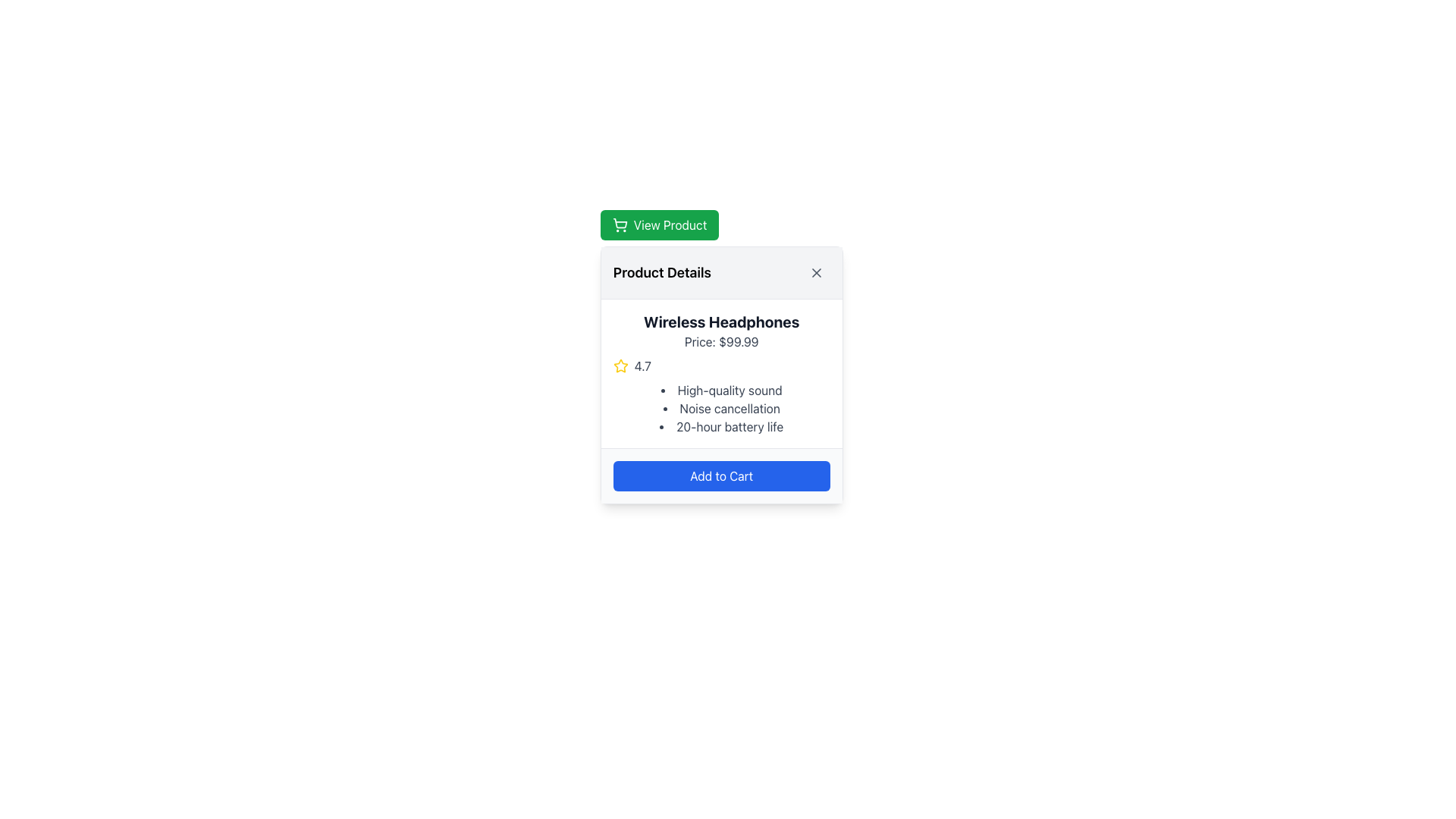 The width and height of the screenshot is (1456, 819). Describe the element at coordinates (659, 225) in the screenshot. I see `the button located at the top of the 'Product Details' card` at that location.